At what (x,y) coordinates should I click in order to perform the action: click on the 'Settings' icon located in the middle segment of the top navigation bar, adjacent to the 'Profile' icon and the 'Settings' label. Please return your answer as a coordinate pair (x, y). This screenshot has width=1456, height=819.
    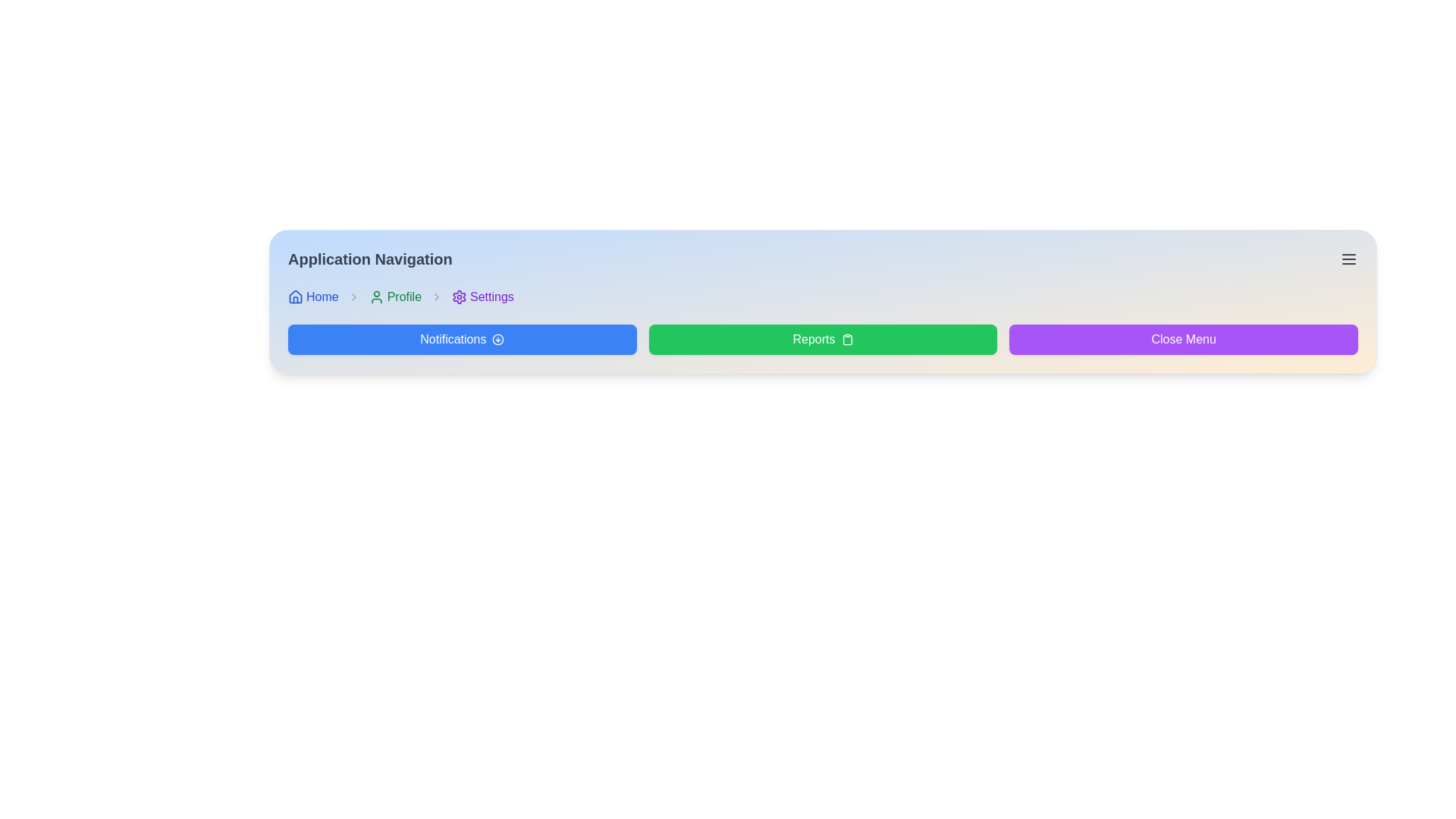
    Looking at the image, I should click on (459, 297).